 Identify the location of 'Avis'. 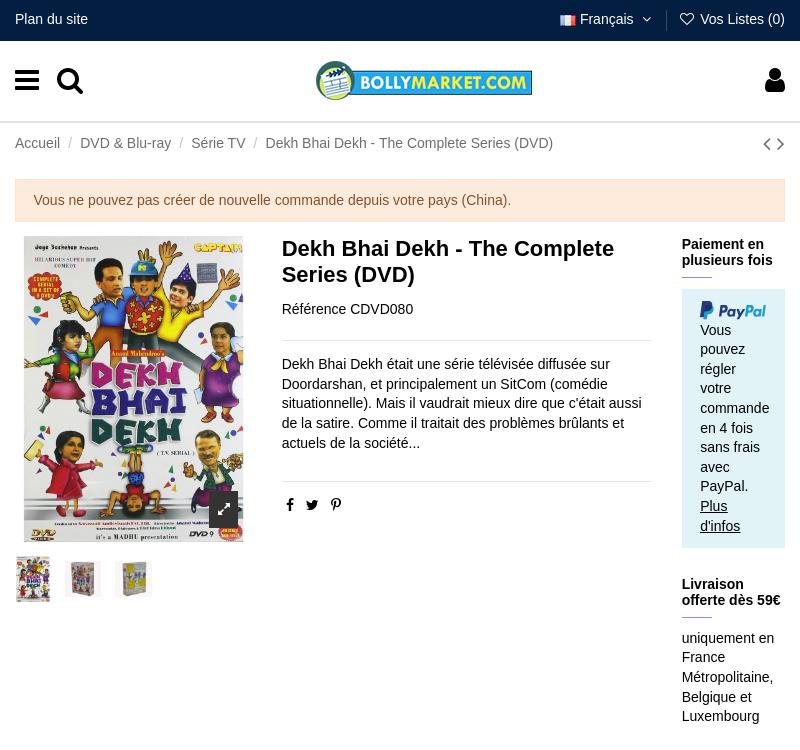
(14, 263).